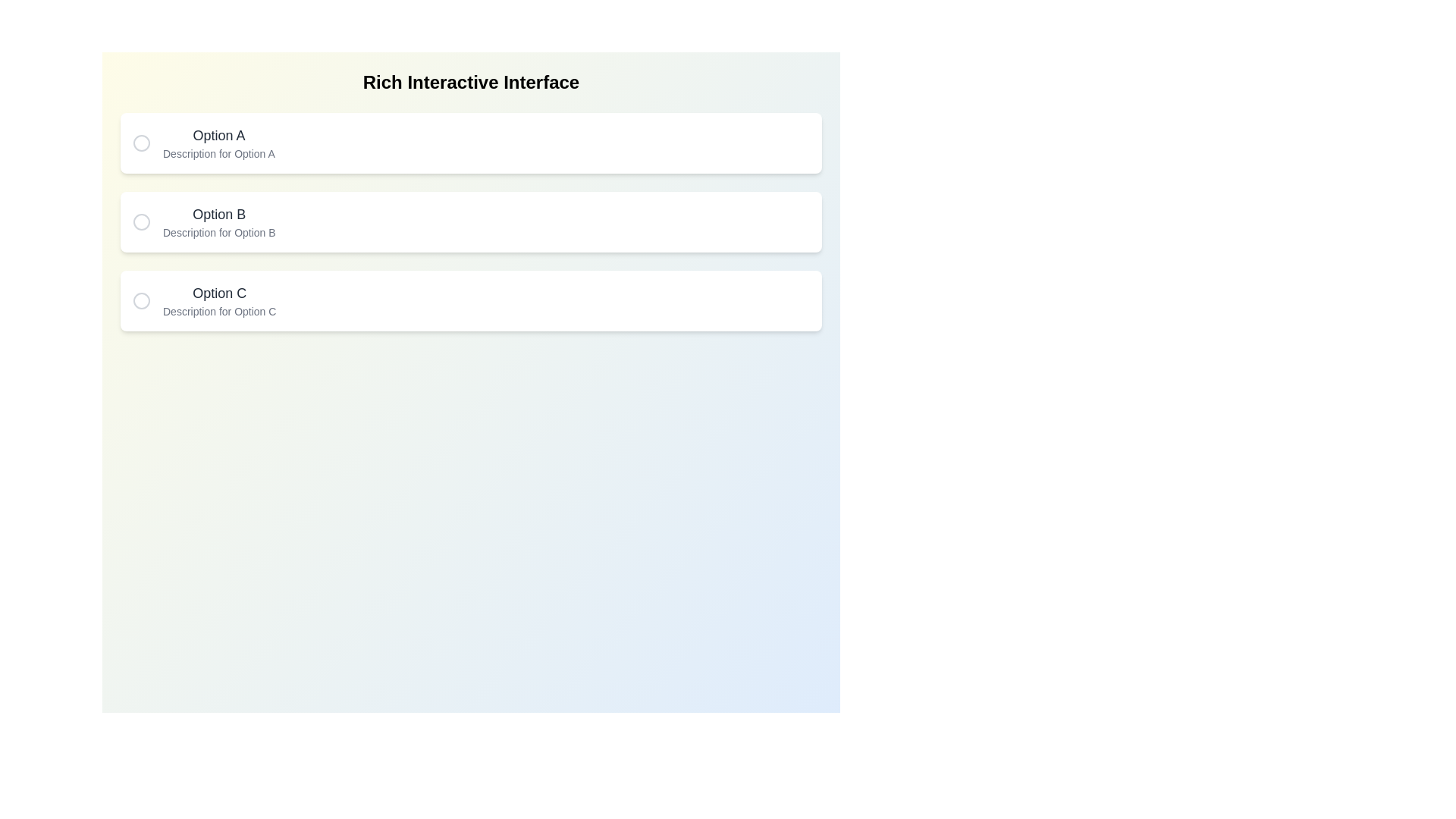 This screenshot has width=1456, height=819. I want to click on circle button corresponding to Option C to toggle its selection, so click(142, 301).